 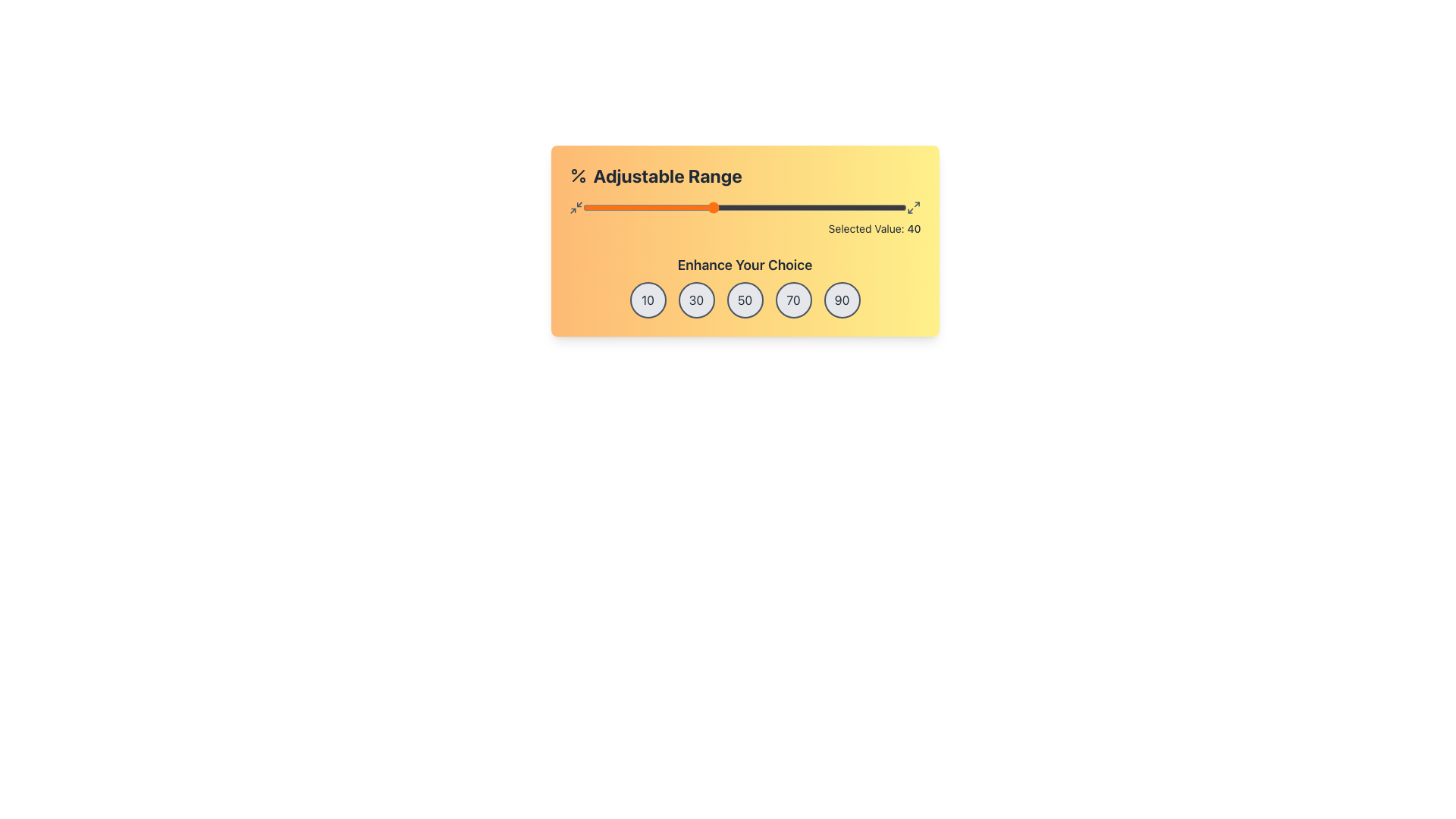 What do you see at coordinates (825, 207) in the screenshot?
I see `the percentage` at bounding box center [825, 207].